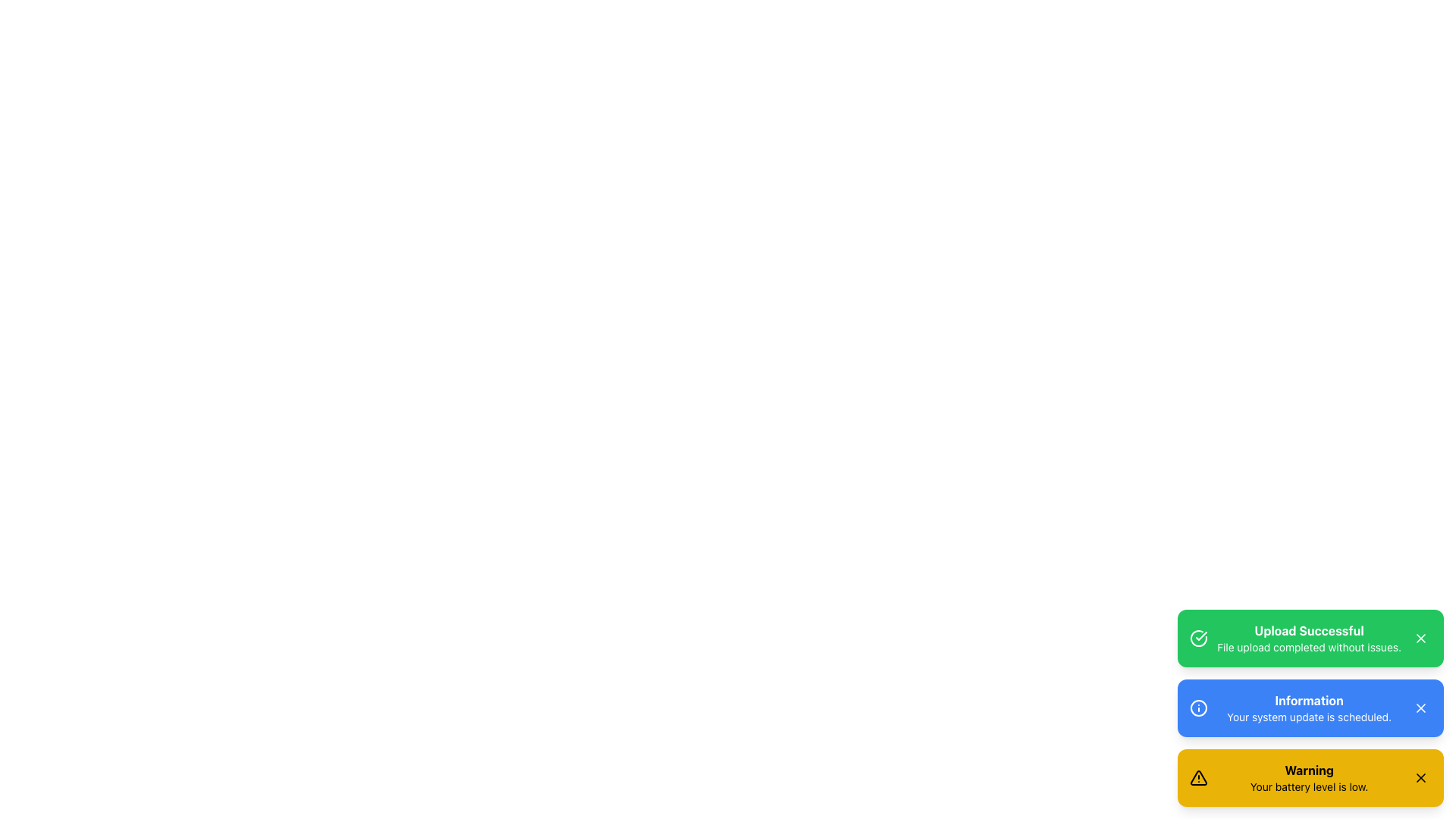  What do you see at coordinates (1308, 647) in the screenshot?
I see `the text stating 'File upload completed without issues.' which is displayed in a smaller font size on a green background below the primary heading 'Upload Successful'` at bounding box center [1308, 647].